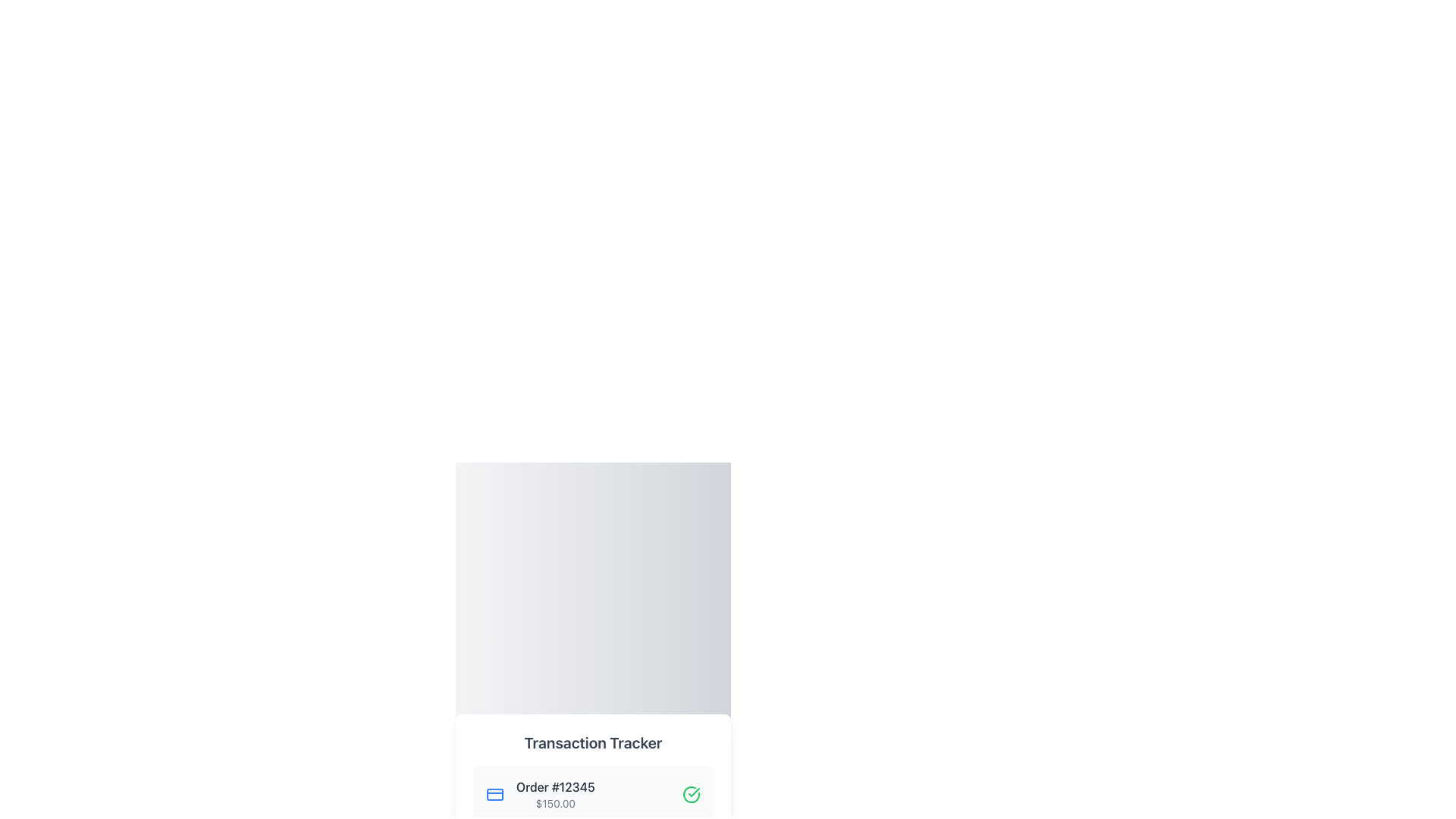  What do you see at coordinates (554, 794) in the screenshot?
I see `the Text Label displaying transaction information below the 'Transaction Tracker' header` at bounding box center [554, 794].